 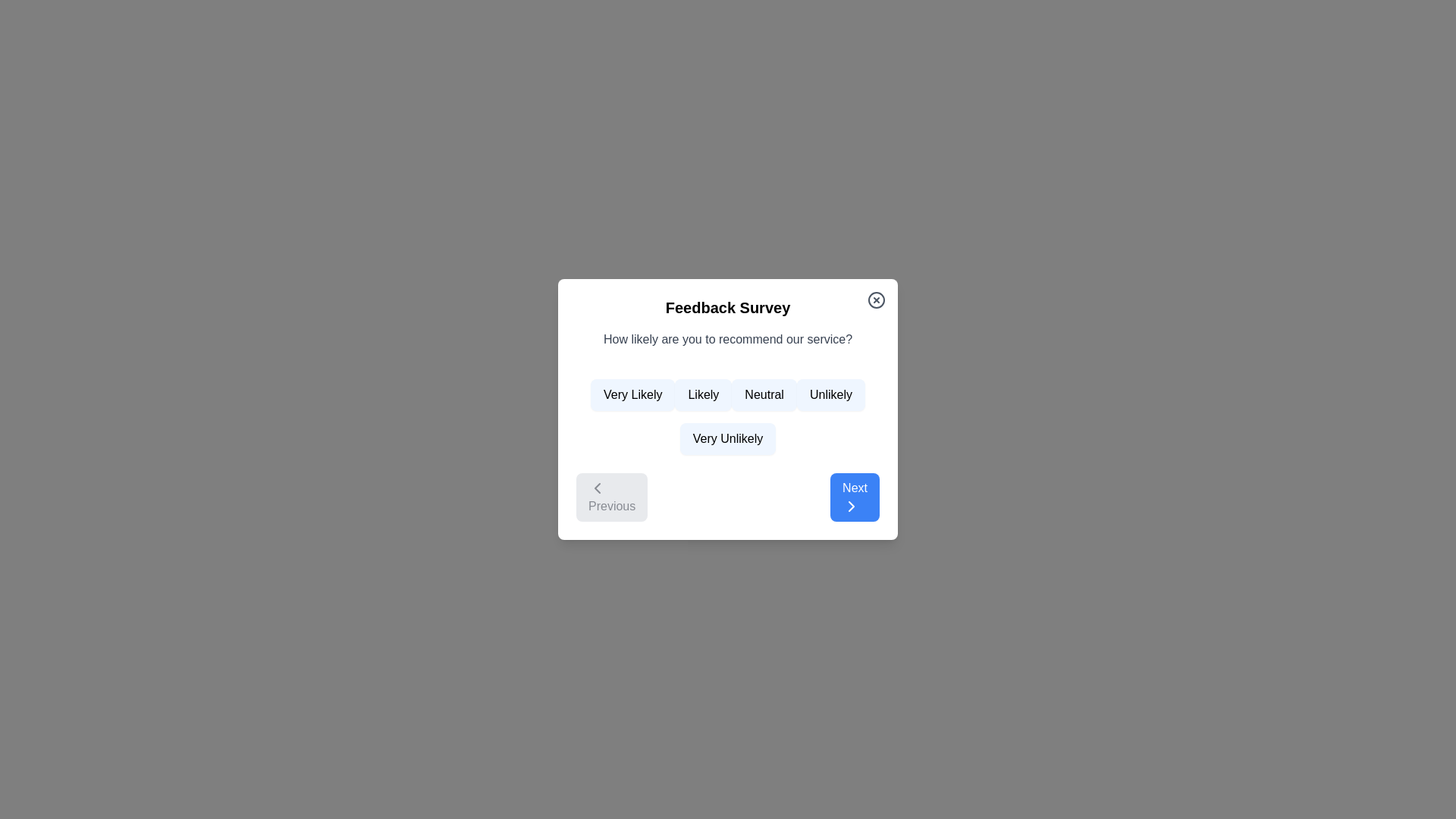 What do you see at coordinates (830, 394) in the screenshot?
I see `the 'Unlikely' button in the feedback survey dialog` at bounding box center [830, 394].